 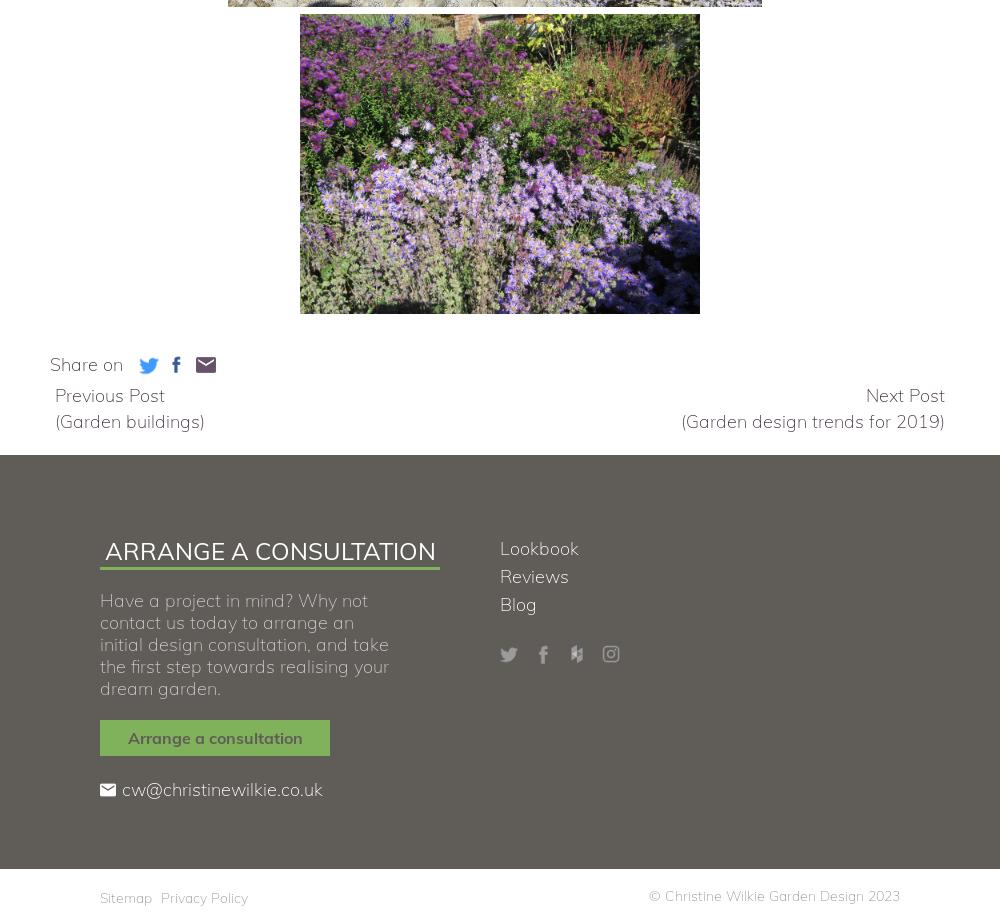 I want to click on 'Privacy Policy', so click(x=203, y=896).